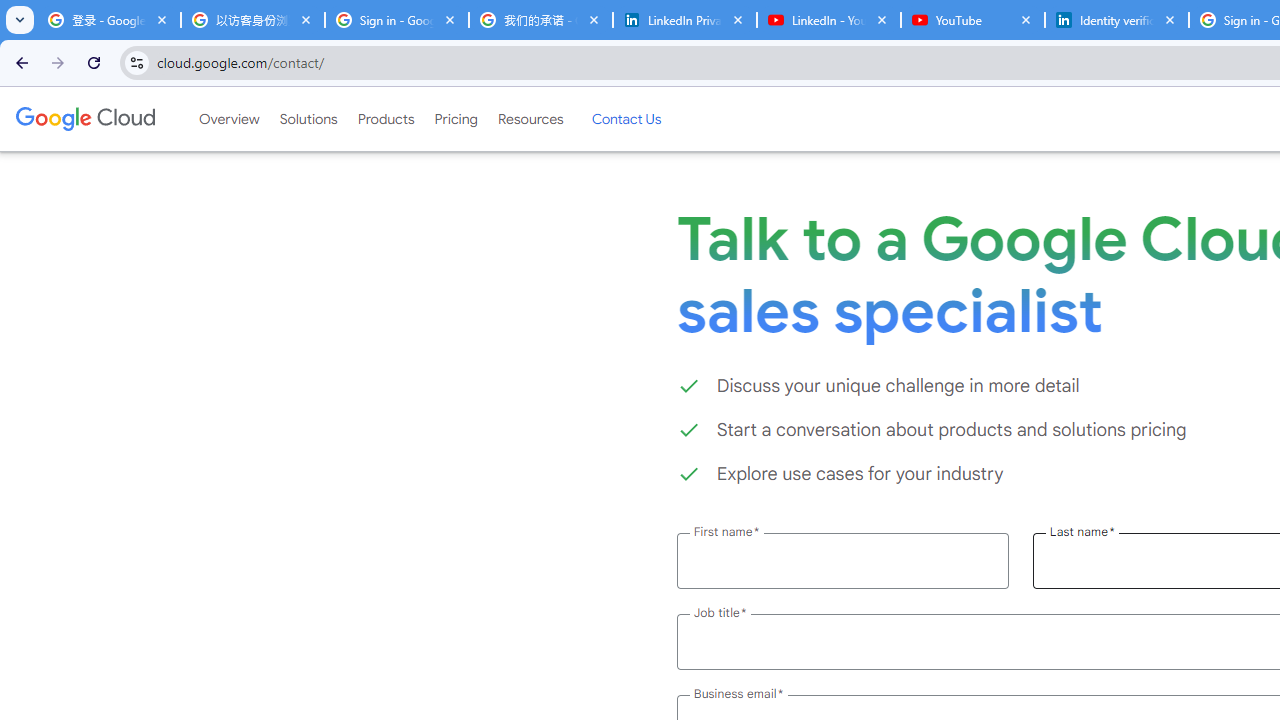  Describe the element at coordinates (828, 20) in the screenshot. I see `'LinkedIn - YouTube'` at that location.